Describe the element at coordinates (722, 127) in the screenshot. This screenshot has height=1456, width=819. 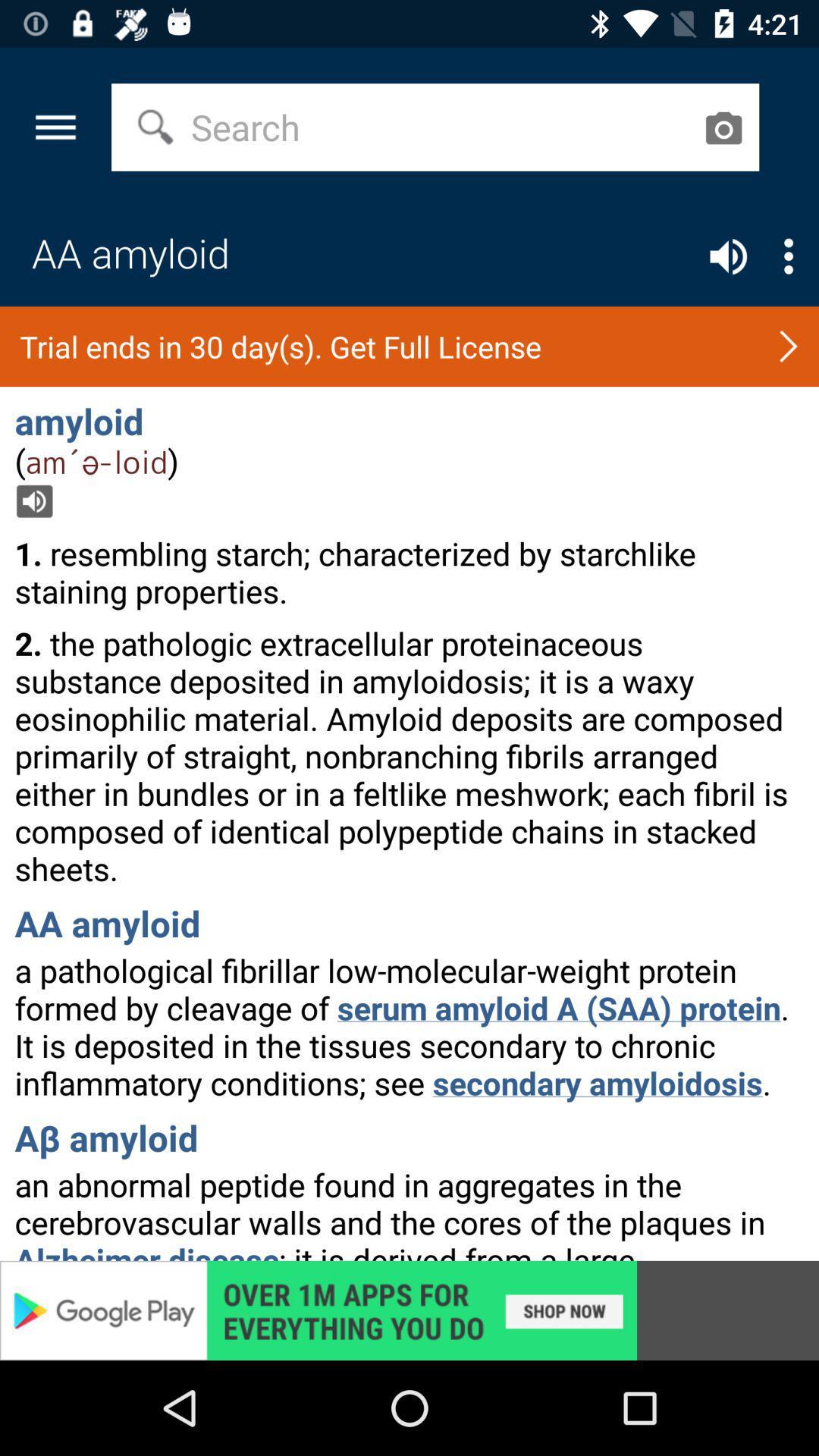
I see `open camera` at that location.